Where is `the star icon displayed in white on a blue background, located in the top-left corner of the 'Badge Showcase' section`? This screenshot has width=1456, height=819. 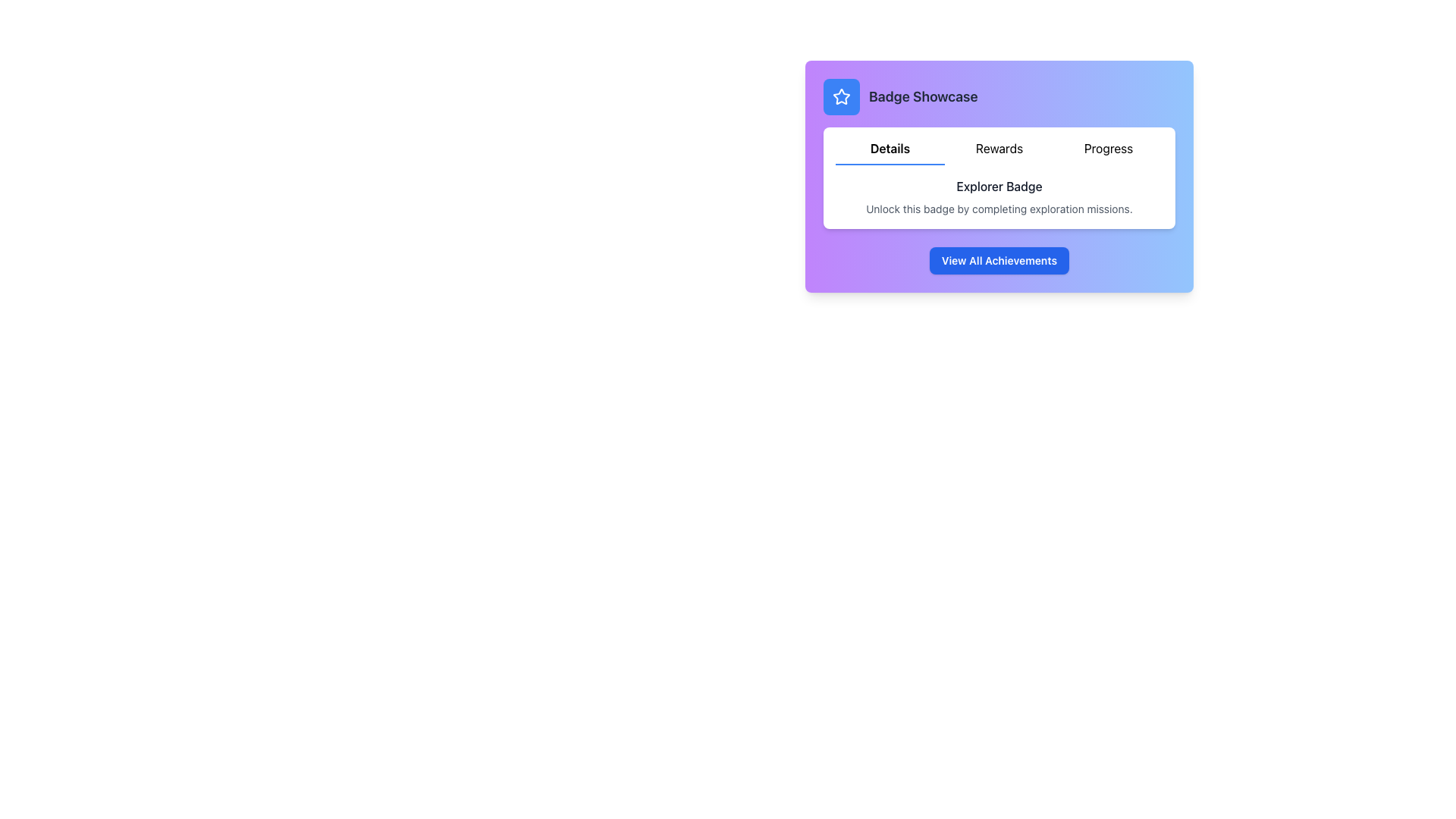 the star icon displayed in white on a blue background, located in the top-left corner of the 'Badge Showcase' section is located at coordinates (840, 96).